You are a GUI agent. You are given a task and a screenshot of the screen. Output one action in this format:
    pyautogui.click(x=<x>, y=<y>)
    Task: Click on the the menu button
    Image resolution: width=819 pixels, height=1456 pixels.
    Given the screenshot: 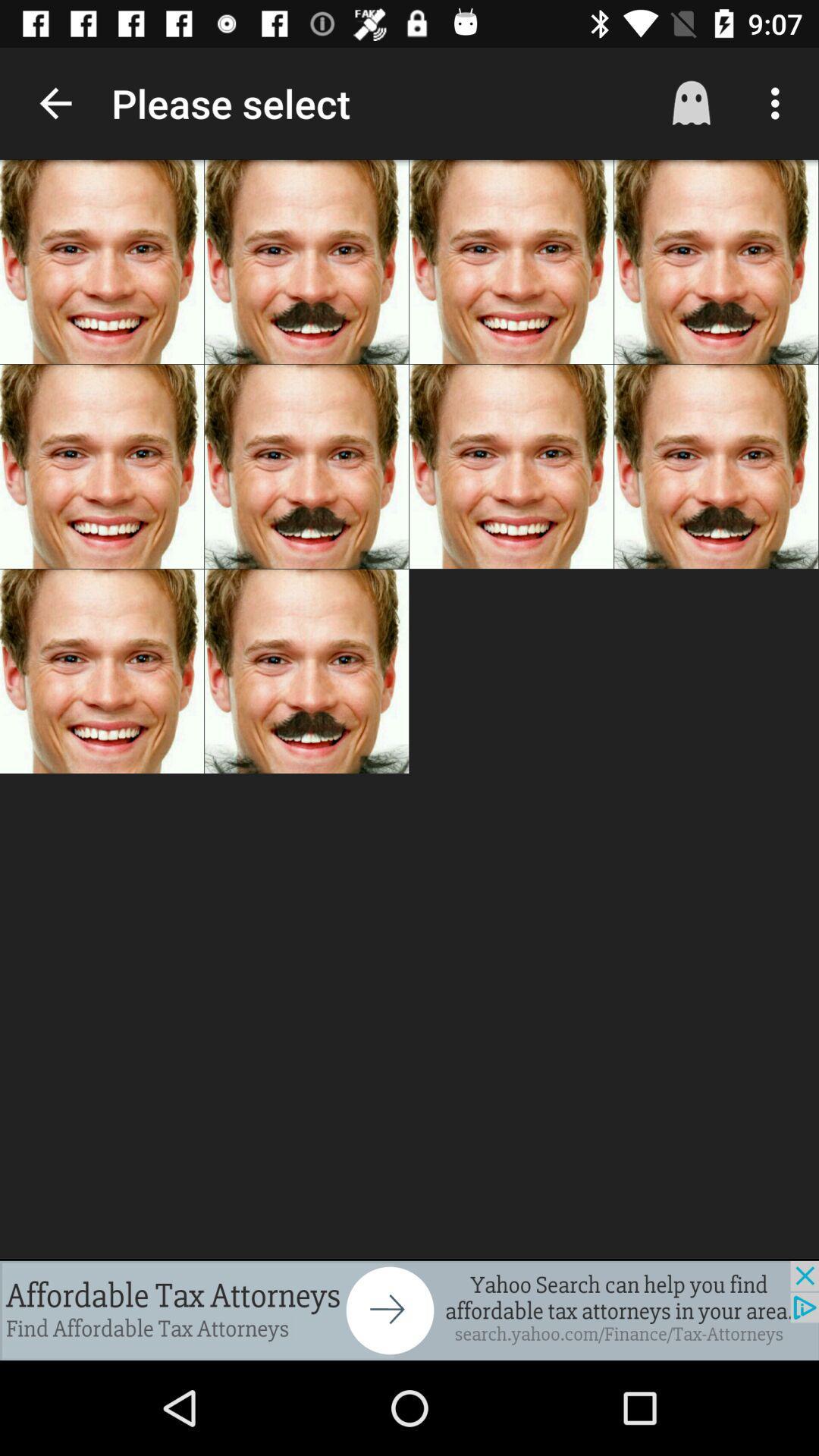 What is the action you would take?
    pyautogui.click(x=771, y=103)
    